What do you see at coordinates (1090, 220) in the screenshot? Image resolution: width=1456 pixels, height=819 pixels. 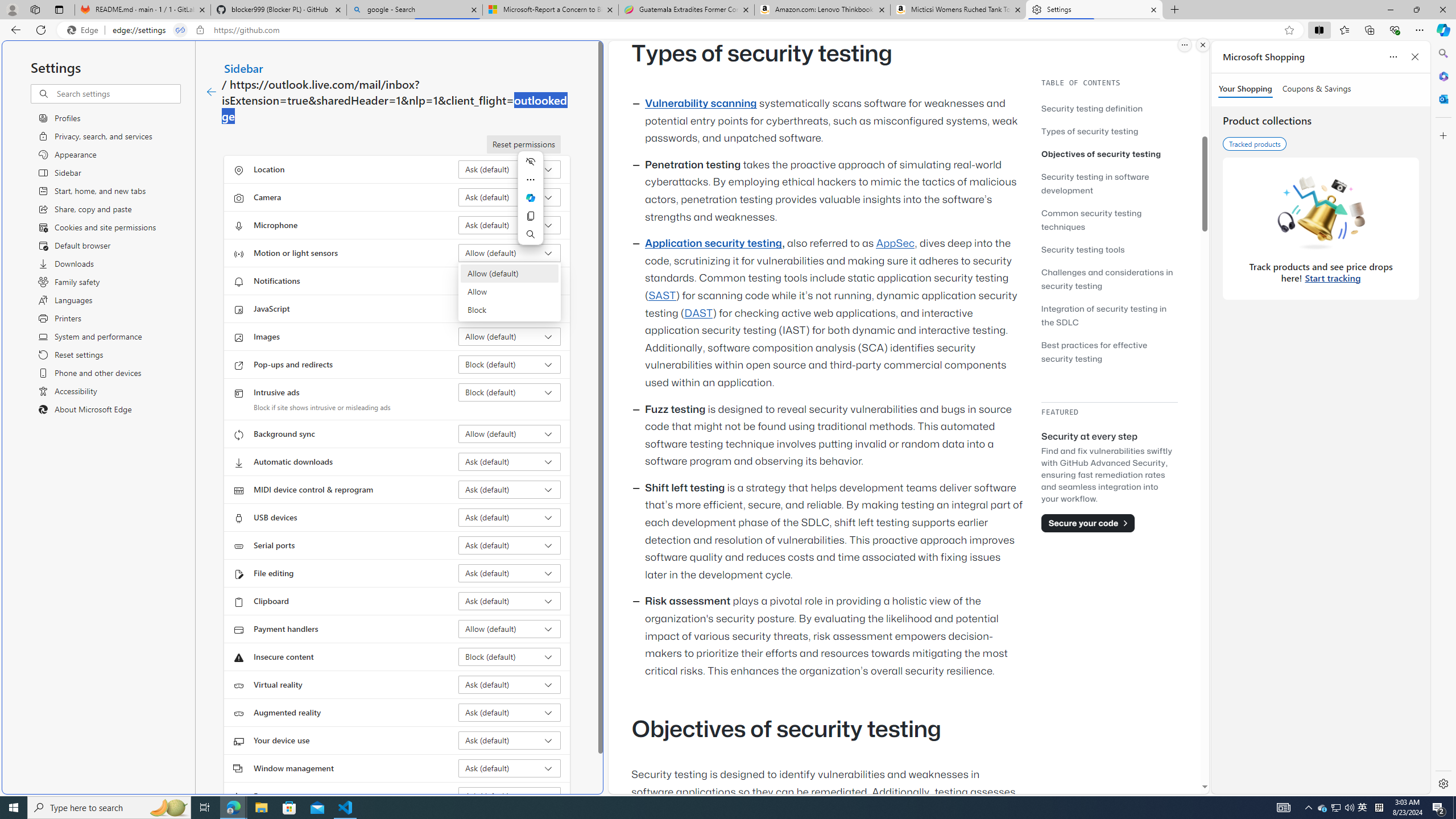 I see `'Common security testing techniques'` at bounding box center [1090, 220].